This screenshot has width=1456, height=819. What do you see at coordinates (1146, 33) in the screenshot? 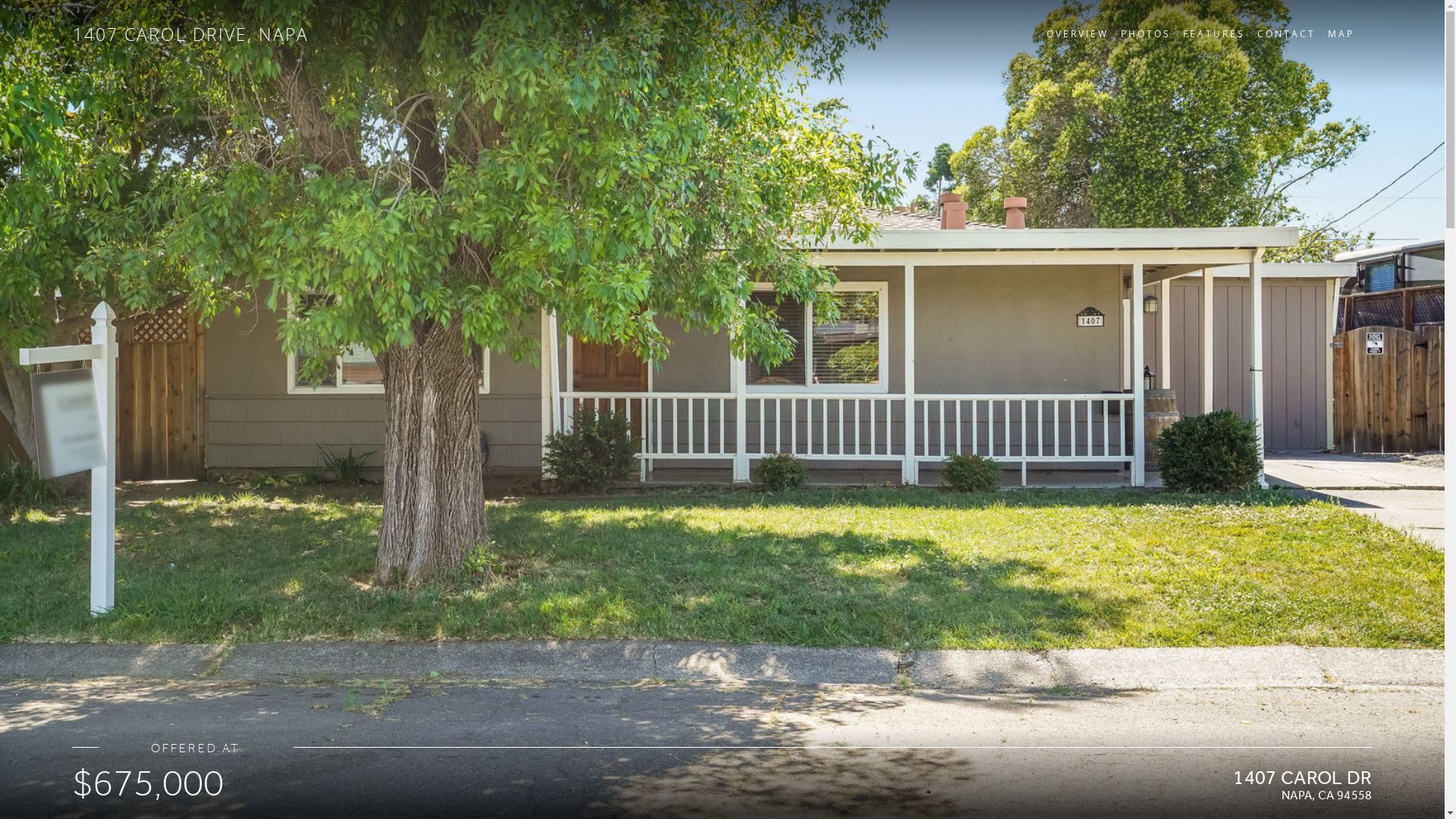
I see `'PHOTOS'` at bounding box center [1146, 33].